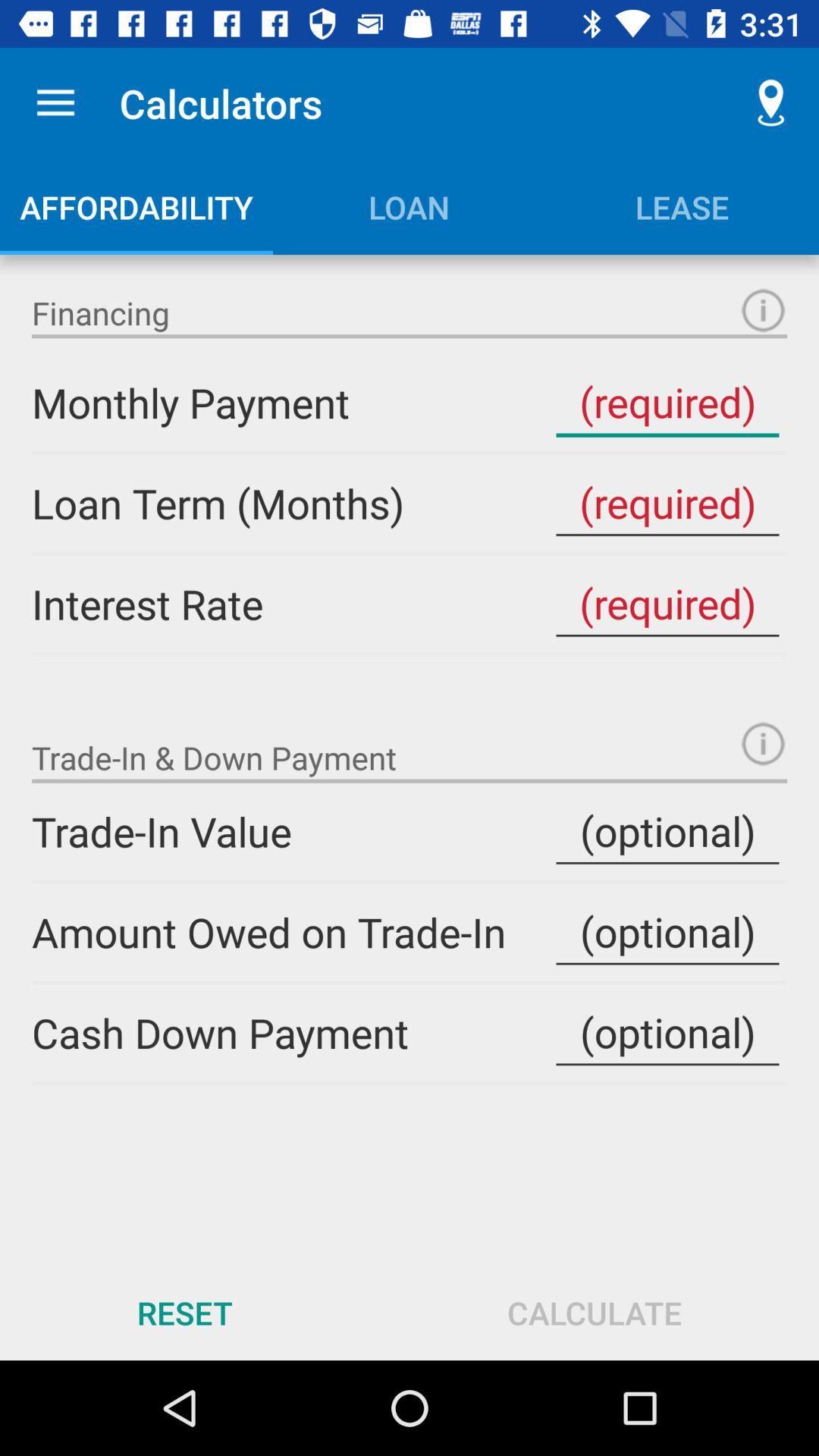 The image size is (819, 1456). Describe the element at coordinates (667, 931) in the screenshot. I see `amount owed on trade-in` at that location.